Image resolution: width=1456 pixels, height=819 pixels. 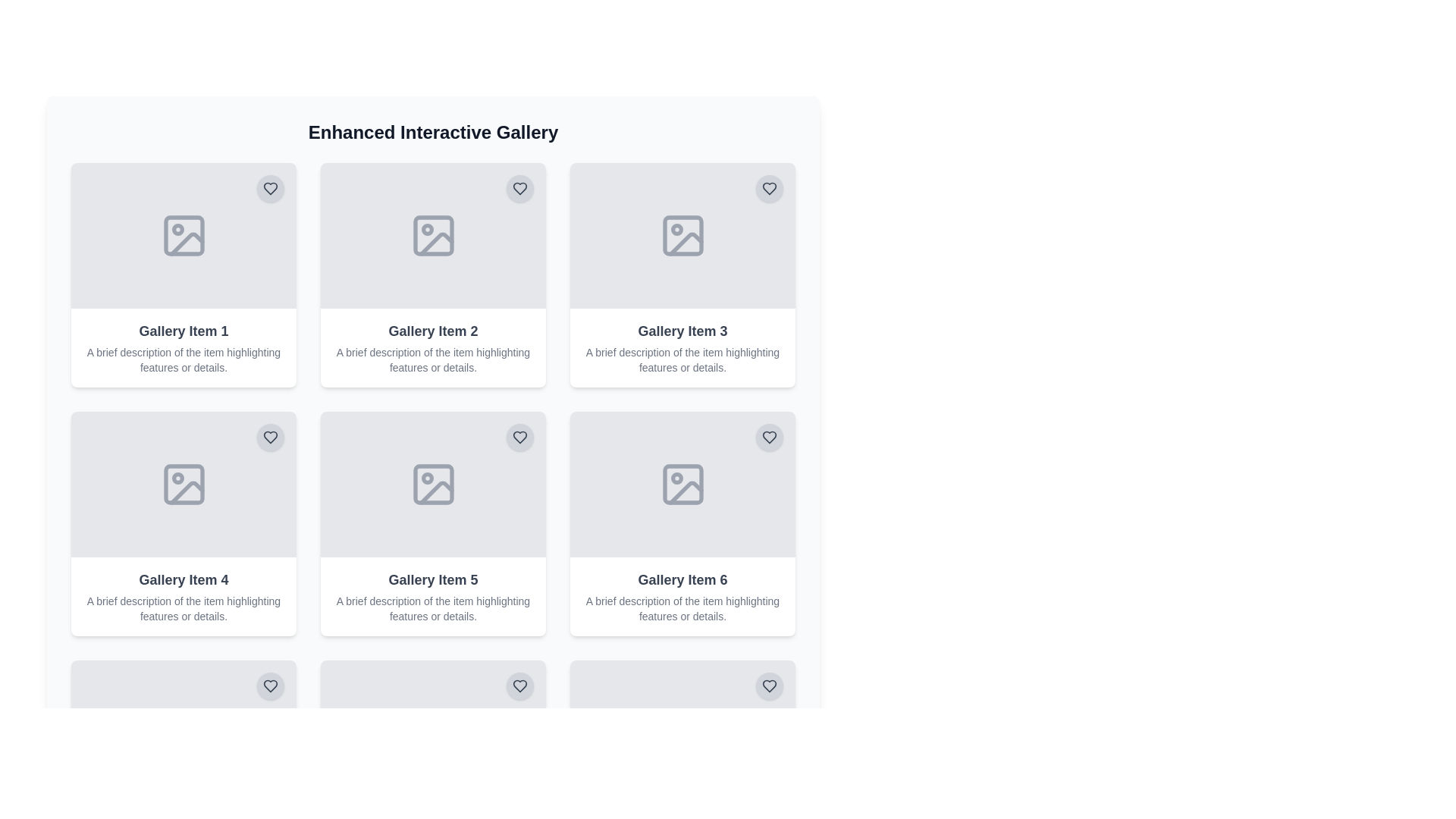 What do you see at coordinates (682, 359) in the screenshot?
I see `the descriptive text block located immediately below 'Gallery Item 3' in the third grid card of the second row in the gallery layout` at bounding box center [682, 359].